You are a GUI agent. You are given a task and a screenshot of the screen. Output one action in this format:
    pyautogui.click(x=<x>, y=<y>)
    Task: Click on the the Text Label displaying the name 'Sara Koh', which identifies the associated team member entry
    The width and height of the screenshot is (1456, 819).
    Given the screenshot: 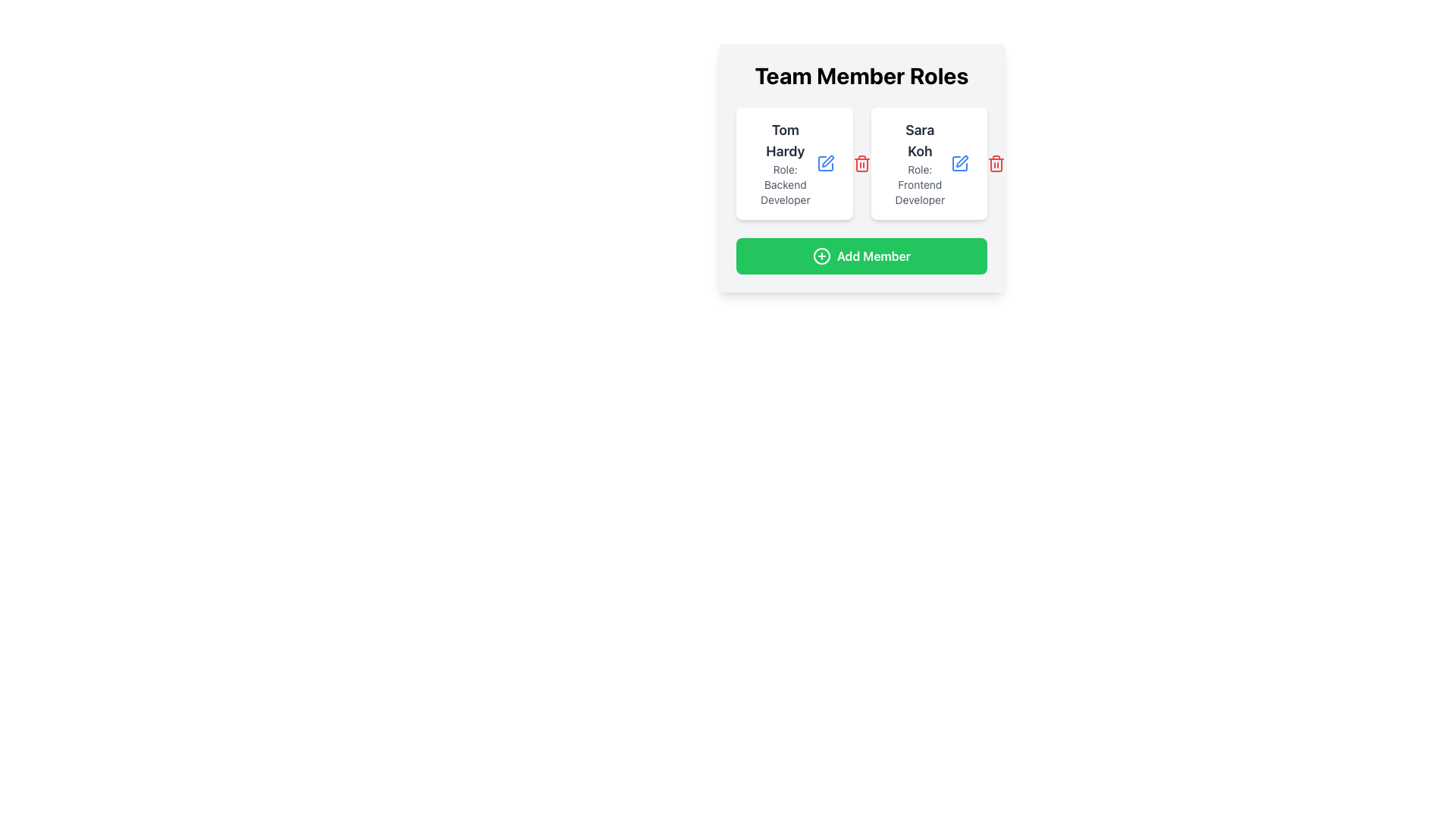 What is the action you would take?
    pyautogui.click(x=919, y=140)
    